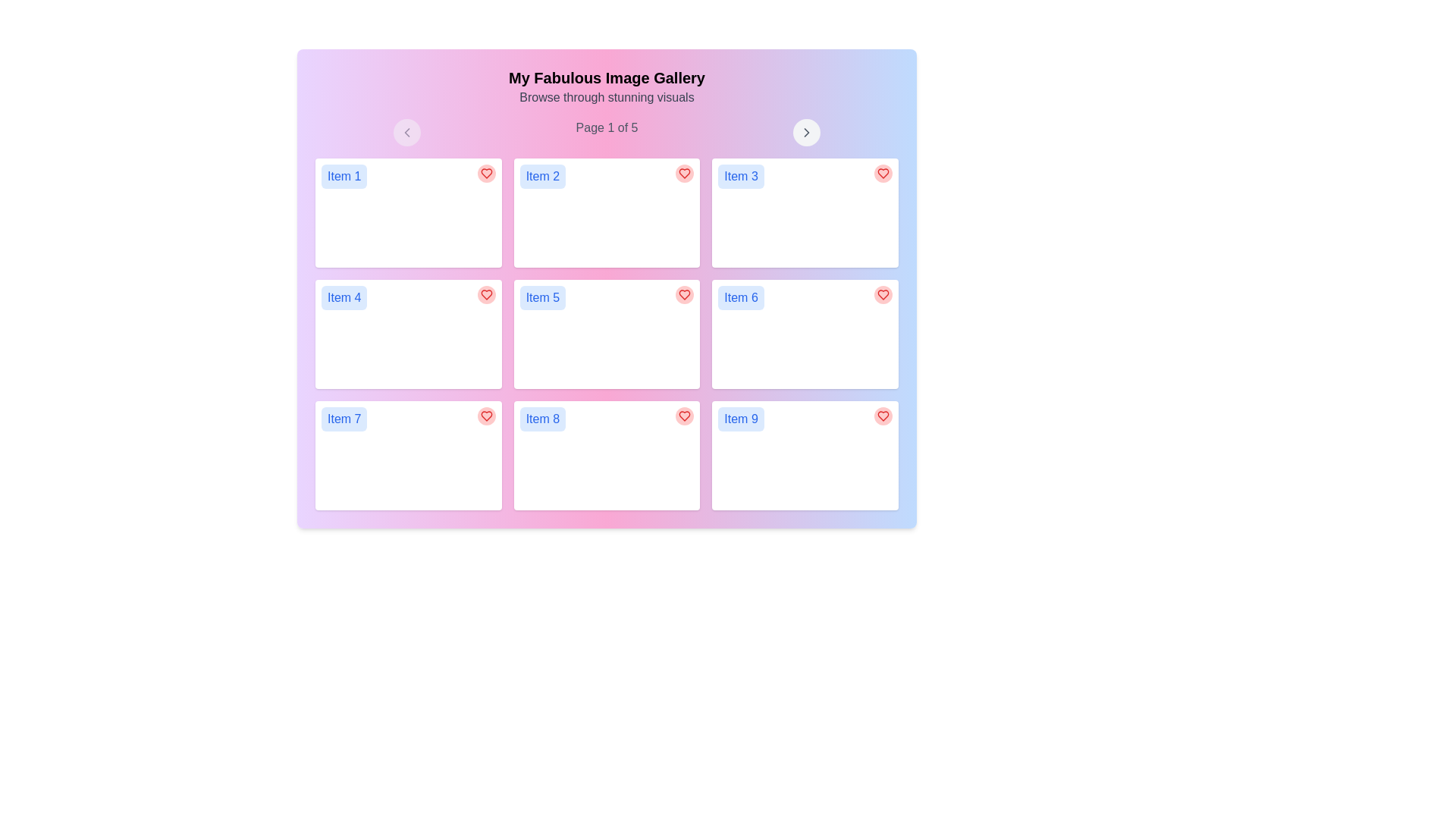 Image resolution: width=1456 pixels, height=819 pixels. Describe the element at coordinates (883, 416) in the screenshot. I see `the heart-shaped icon in the top-right corner of the 'Item 9' card` at that location.